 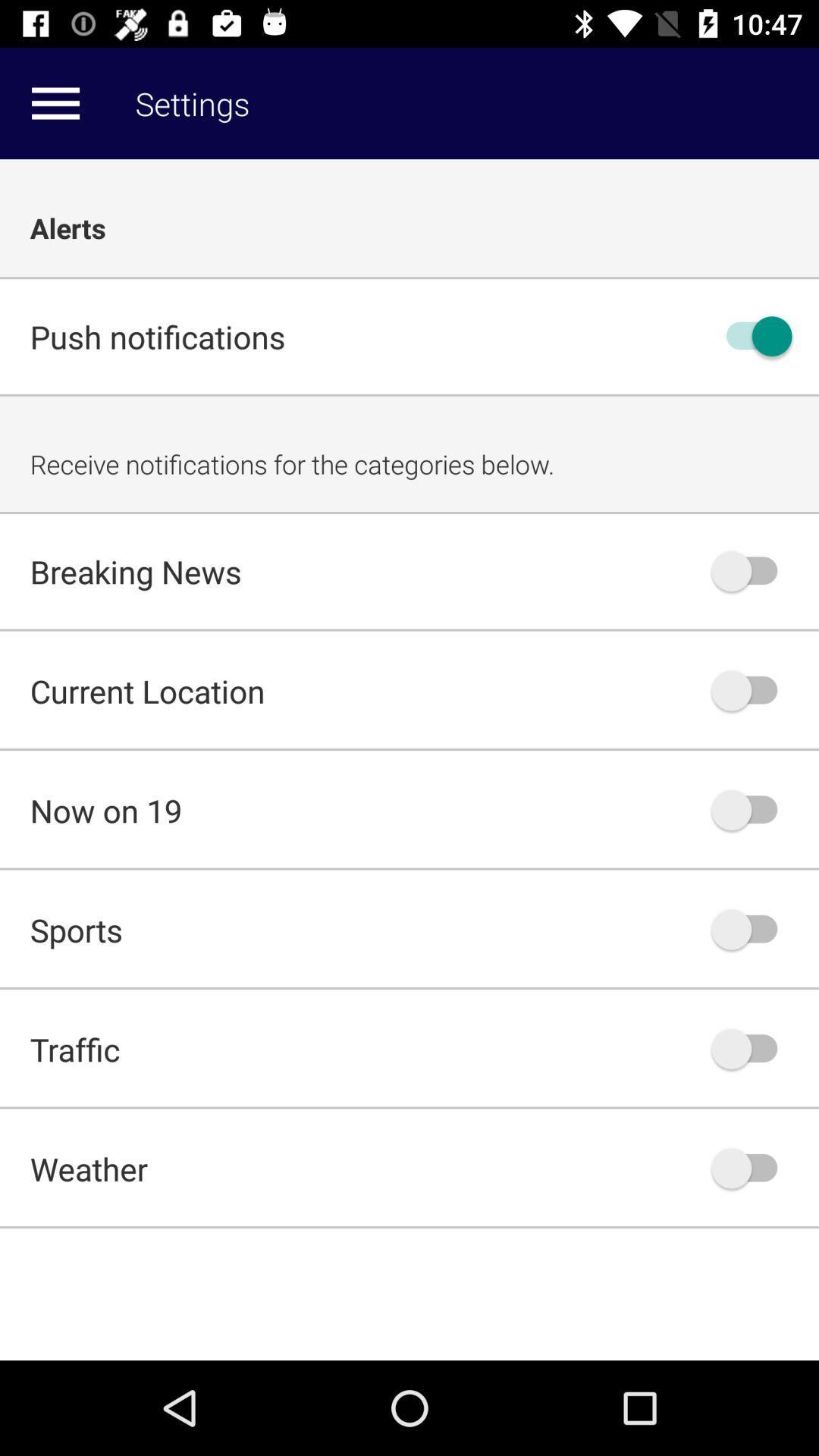 I want to click on turn-off current location, so click(x=752, y=689).